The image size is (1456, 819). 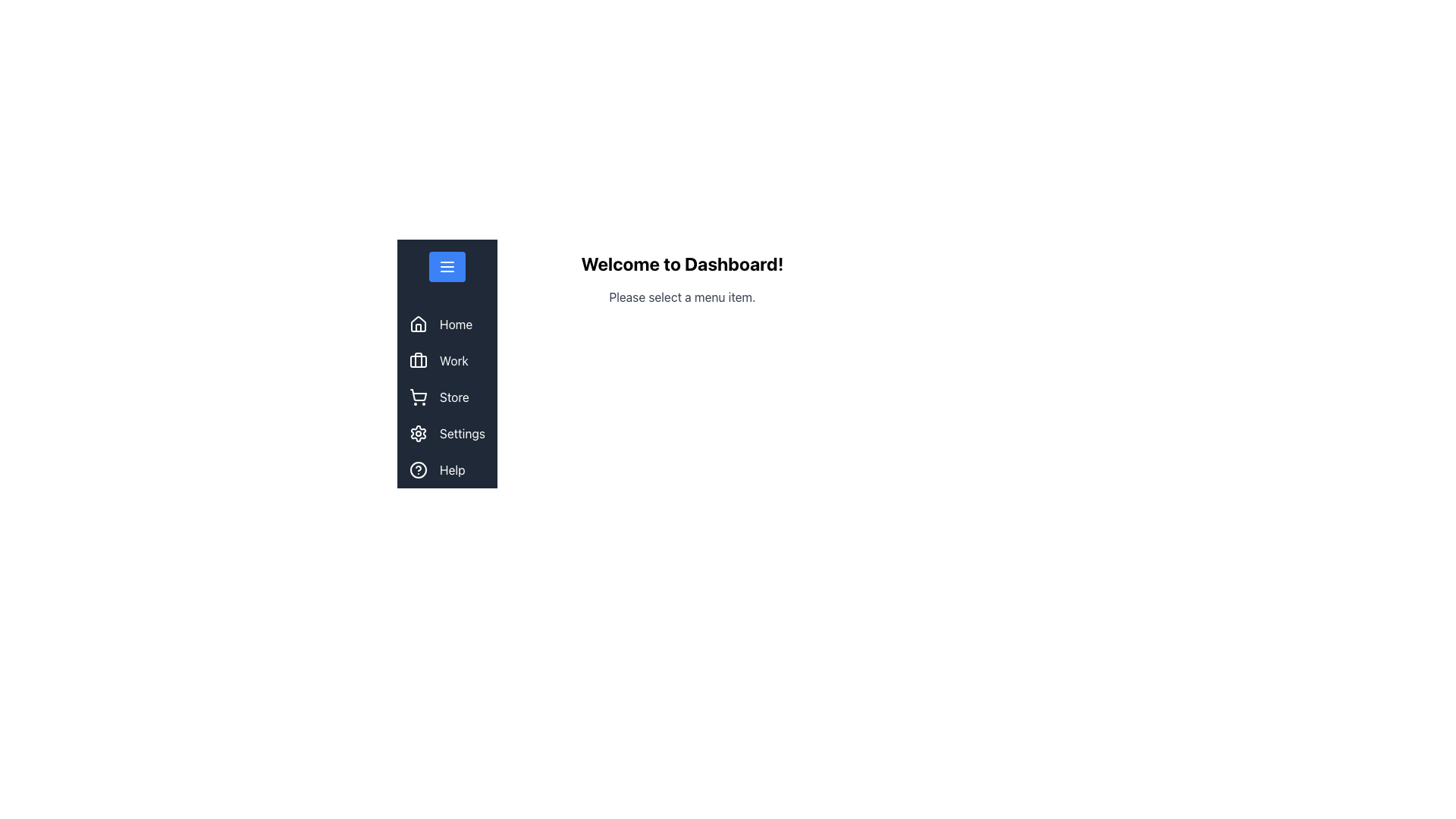 What do you see at coordinates (419, 469) in the screenshot?
I see `the help icon, which is a circular design with a question mark inside, located at the bottom of the vertical navigation menu next to the 'Help' label` at bounding box center [419, 469].